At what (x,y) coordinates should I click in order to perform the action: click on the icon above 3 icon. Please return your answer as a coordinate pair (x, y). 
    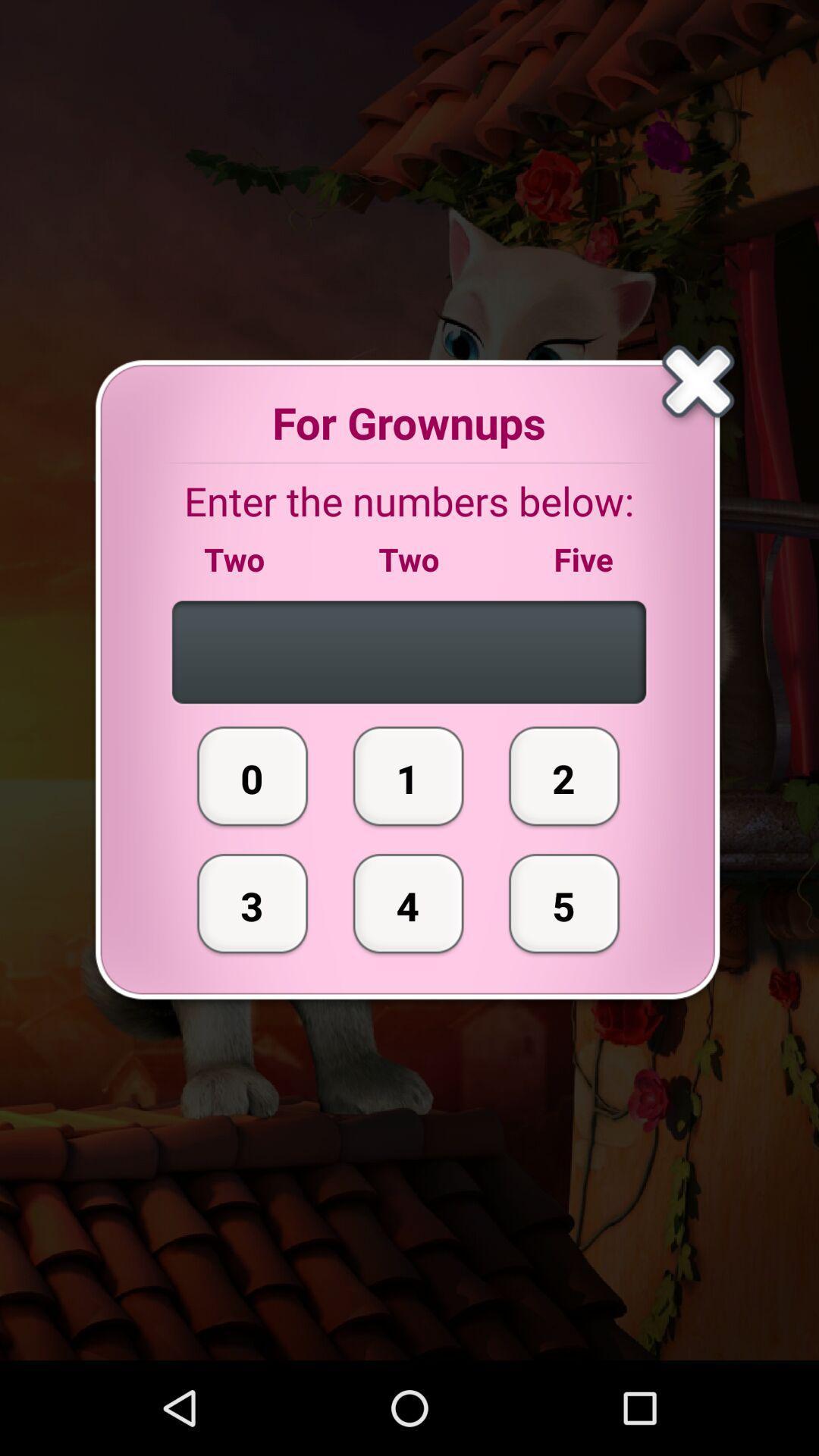
    Looking at the image, I should click on (252, 776).